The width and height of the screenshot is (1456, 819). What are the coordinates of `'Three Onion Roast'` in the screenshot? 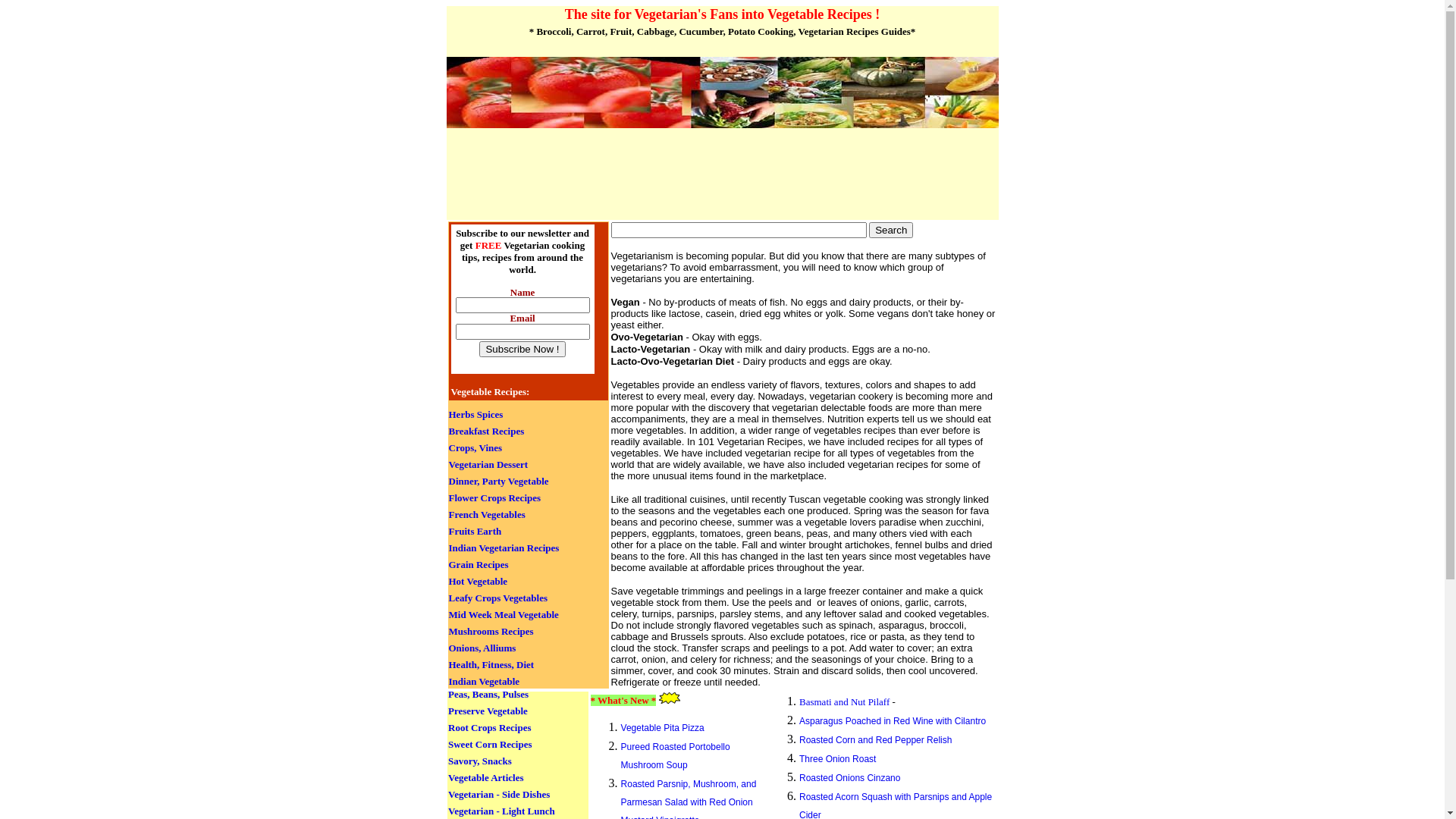 It's located at (799, 759).